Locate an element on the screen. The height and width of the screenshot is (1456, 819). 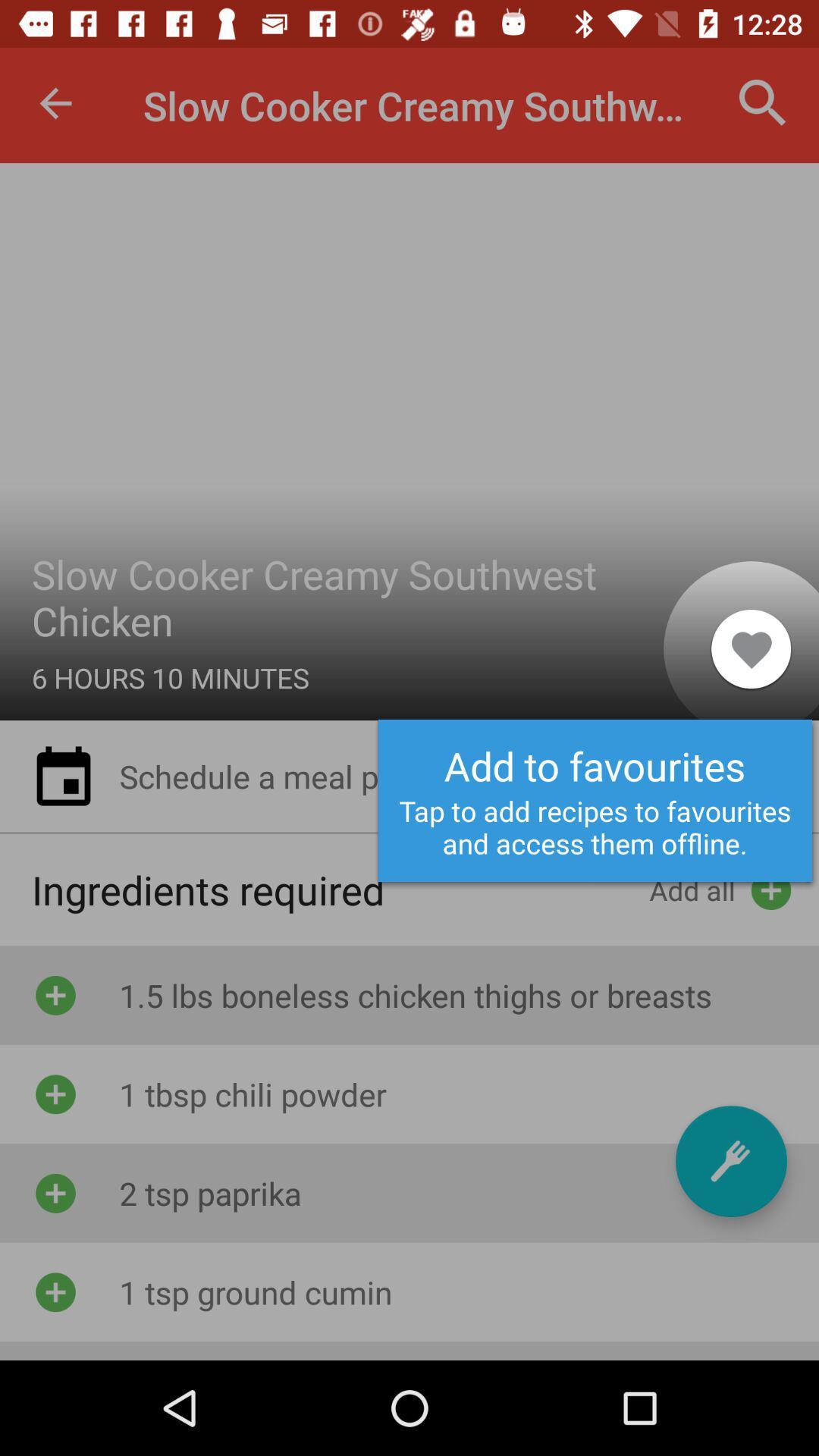
the edit icon is located at coordinates (730, 1160).